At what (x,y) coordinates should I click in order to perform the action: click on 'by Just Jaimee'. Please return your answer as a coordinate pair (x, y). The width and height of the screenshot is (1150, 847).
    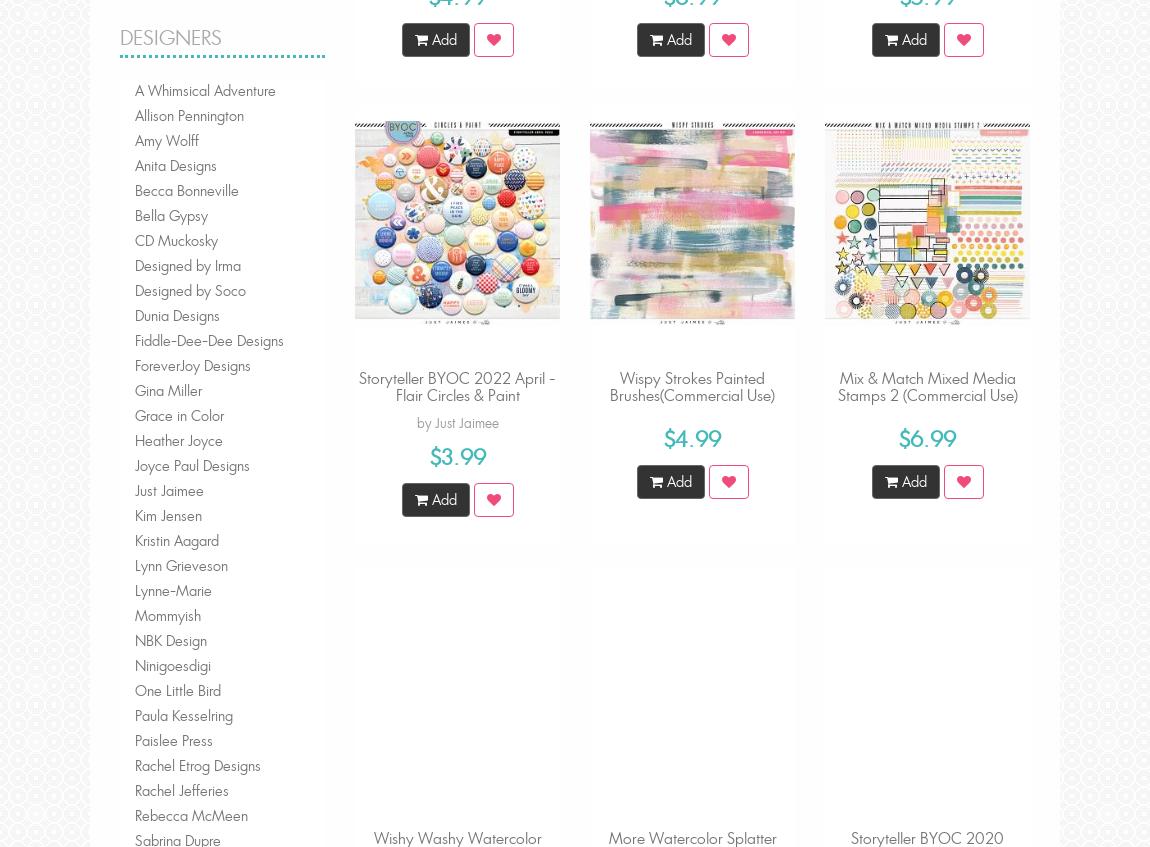
    Looking at the image, I should click on (457, 421).